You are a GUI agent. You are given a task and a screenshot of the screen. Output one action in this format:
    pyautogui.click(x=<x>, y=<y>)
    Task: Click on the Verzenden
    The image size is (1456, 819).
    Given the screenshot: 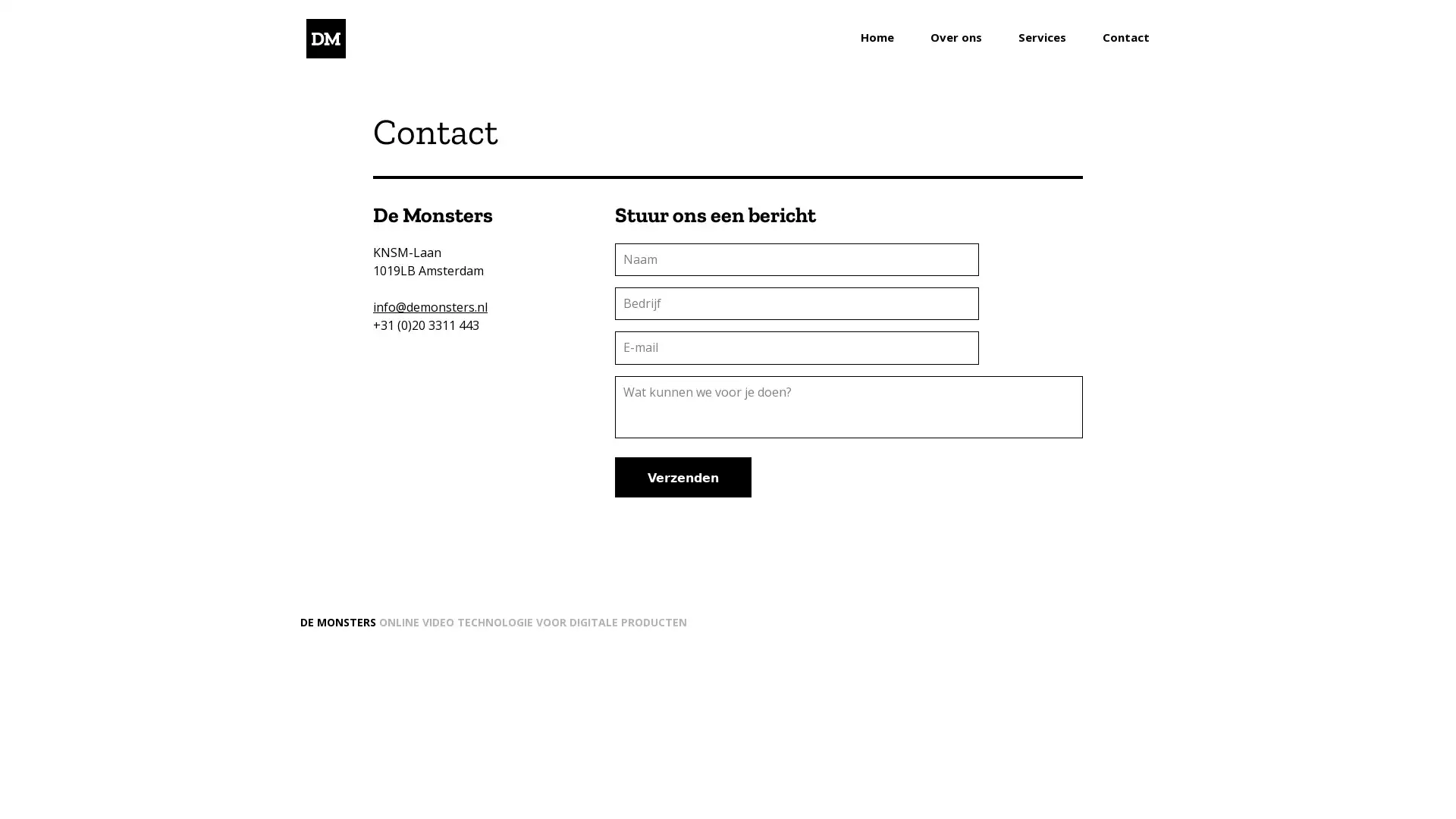 What is the action you would take?
    pyautogui.click(x=682, y=475)
    